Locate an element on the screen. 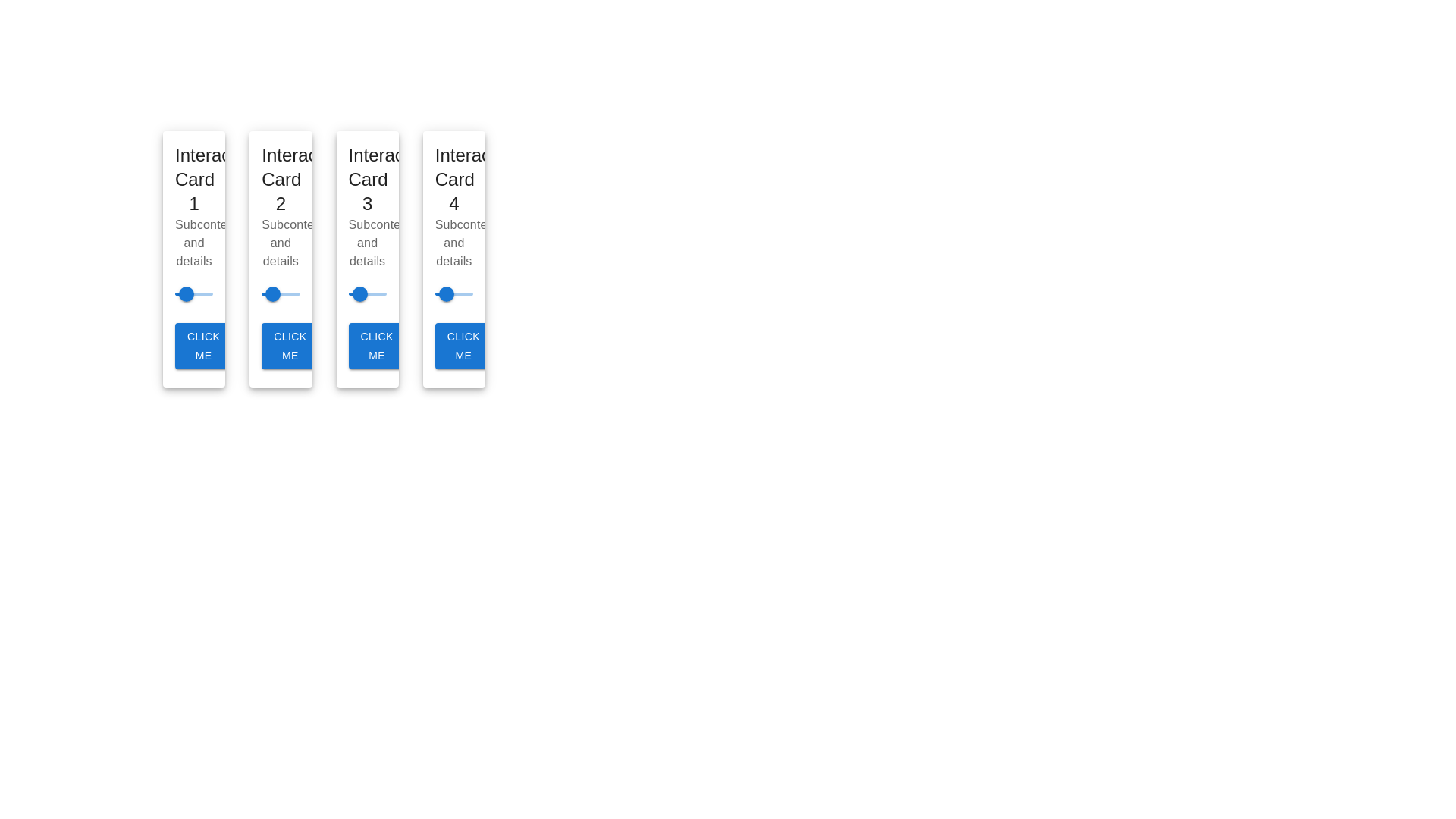  the slider's value is located at coordinates (372, 294).